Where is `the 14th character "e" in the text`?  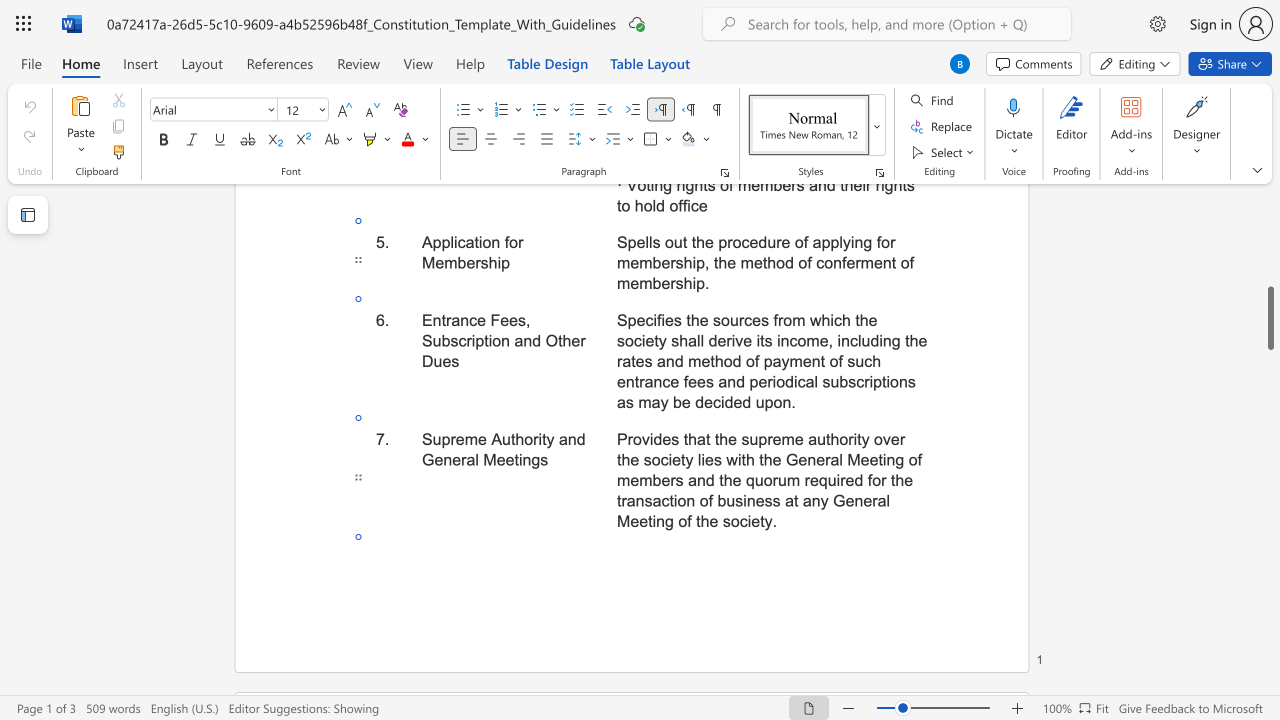
the 14th character "e" in the text is located at coordinates (633, 480).